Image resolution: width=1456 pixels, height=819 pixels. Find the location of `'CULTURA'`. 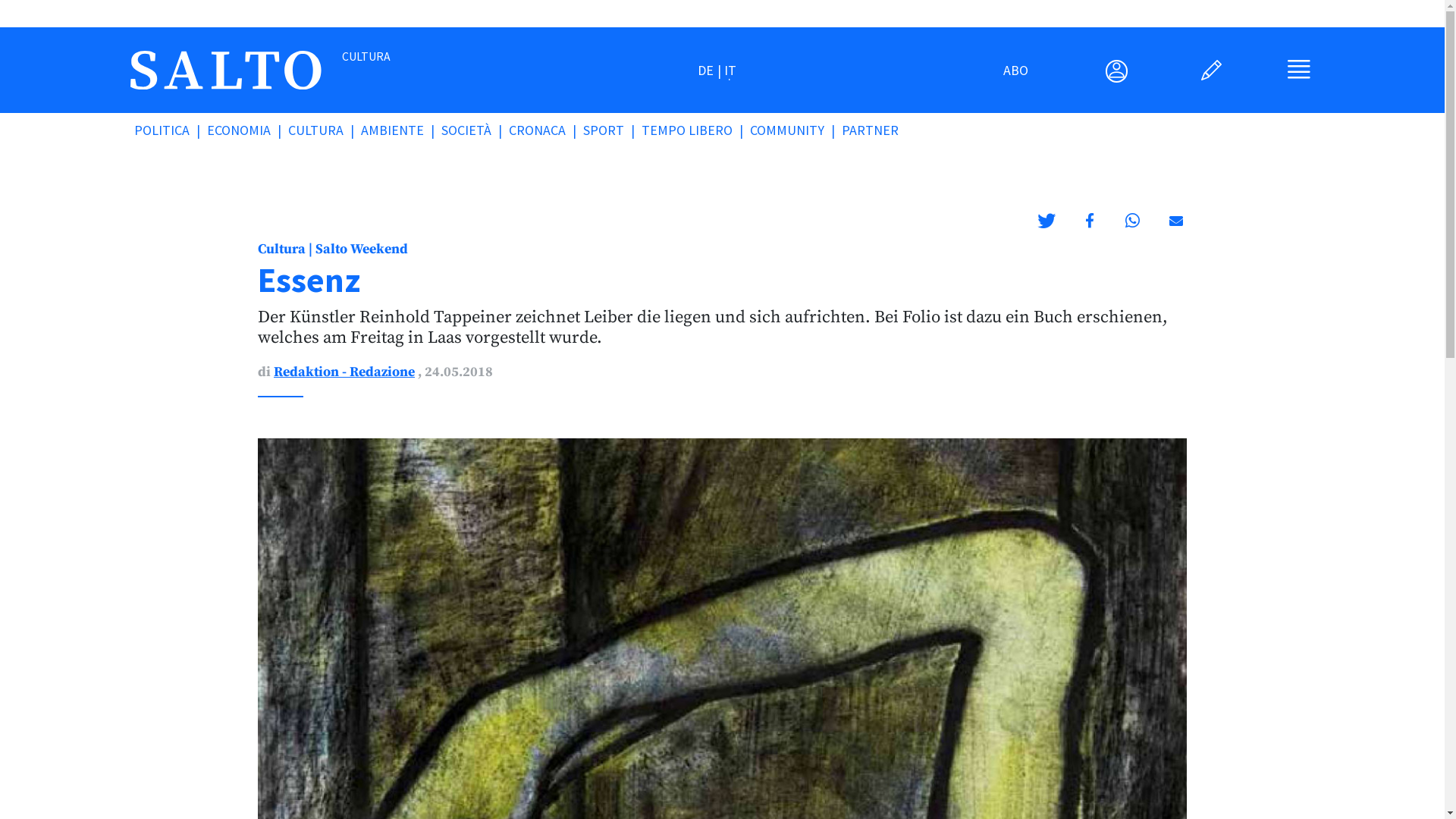

'CULTURA' is located at coordinates (287, 129).